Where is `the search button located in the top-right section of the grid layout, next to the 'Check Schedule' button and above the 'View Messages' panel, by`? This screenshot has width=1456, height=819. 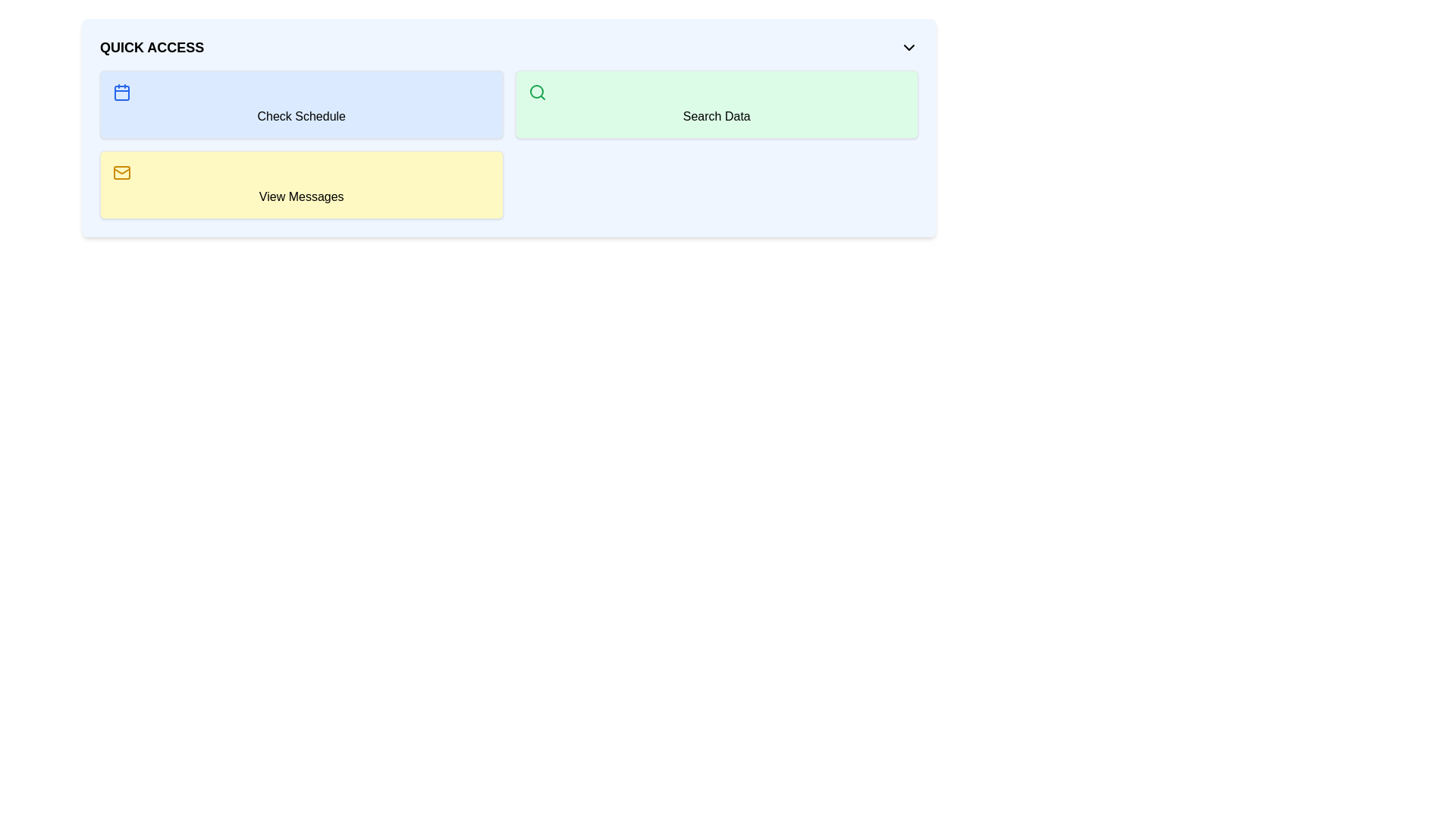
the search button located in the top-right section of the grid layout, next to the 'Check Schedule' button and above the 'View Messages' panel, by is located at coordinates (716, 104).